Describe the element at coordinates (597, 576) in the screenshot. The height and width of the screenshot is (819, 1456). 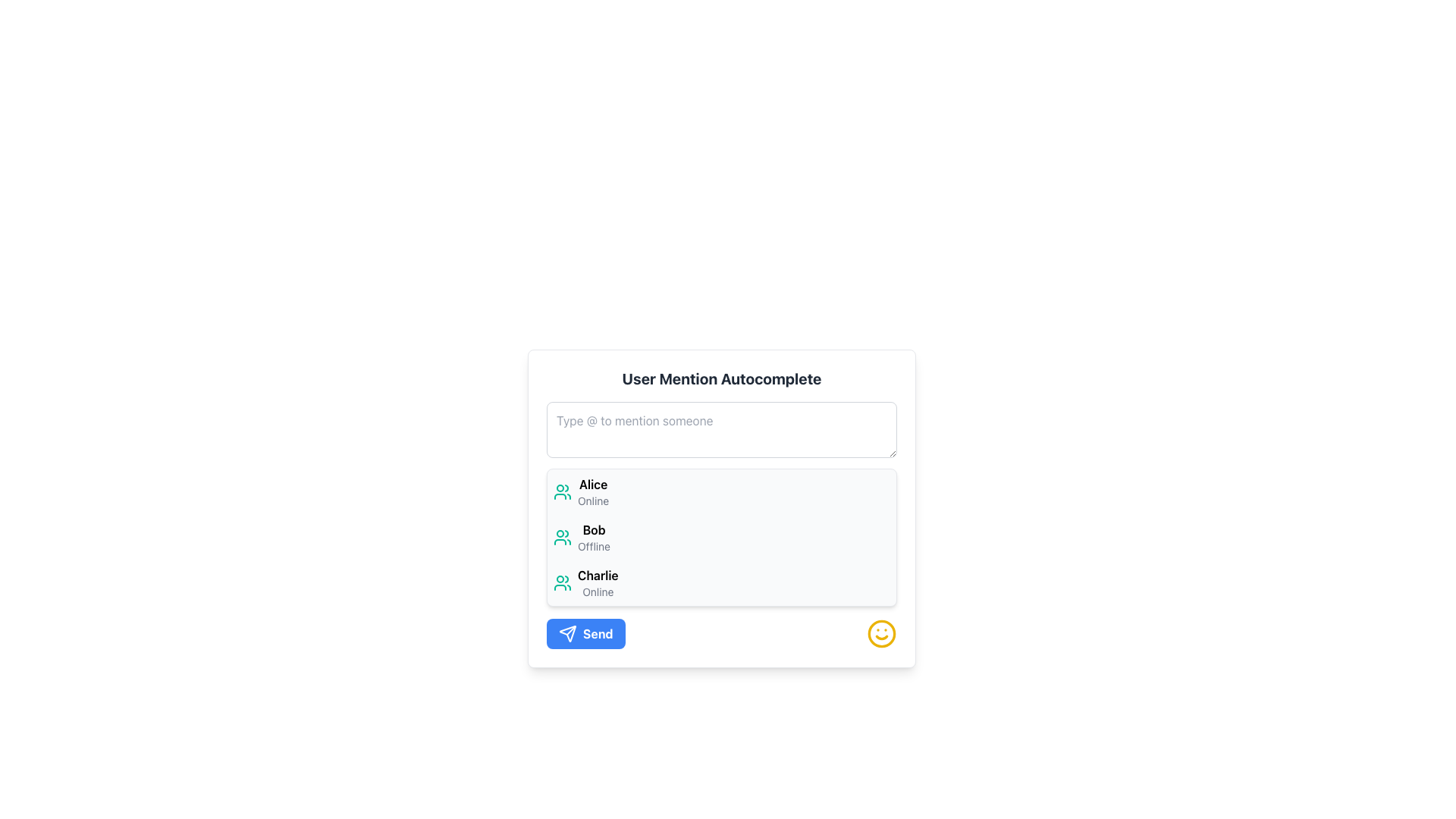
I see `the text label 'Charlie' in the user mention suggestion list` at that location.